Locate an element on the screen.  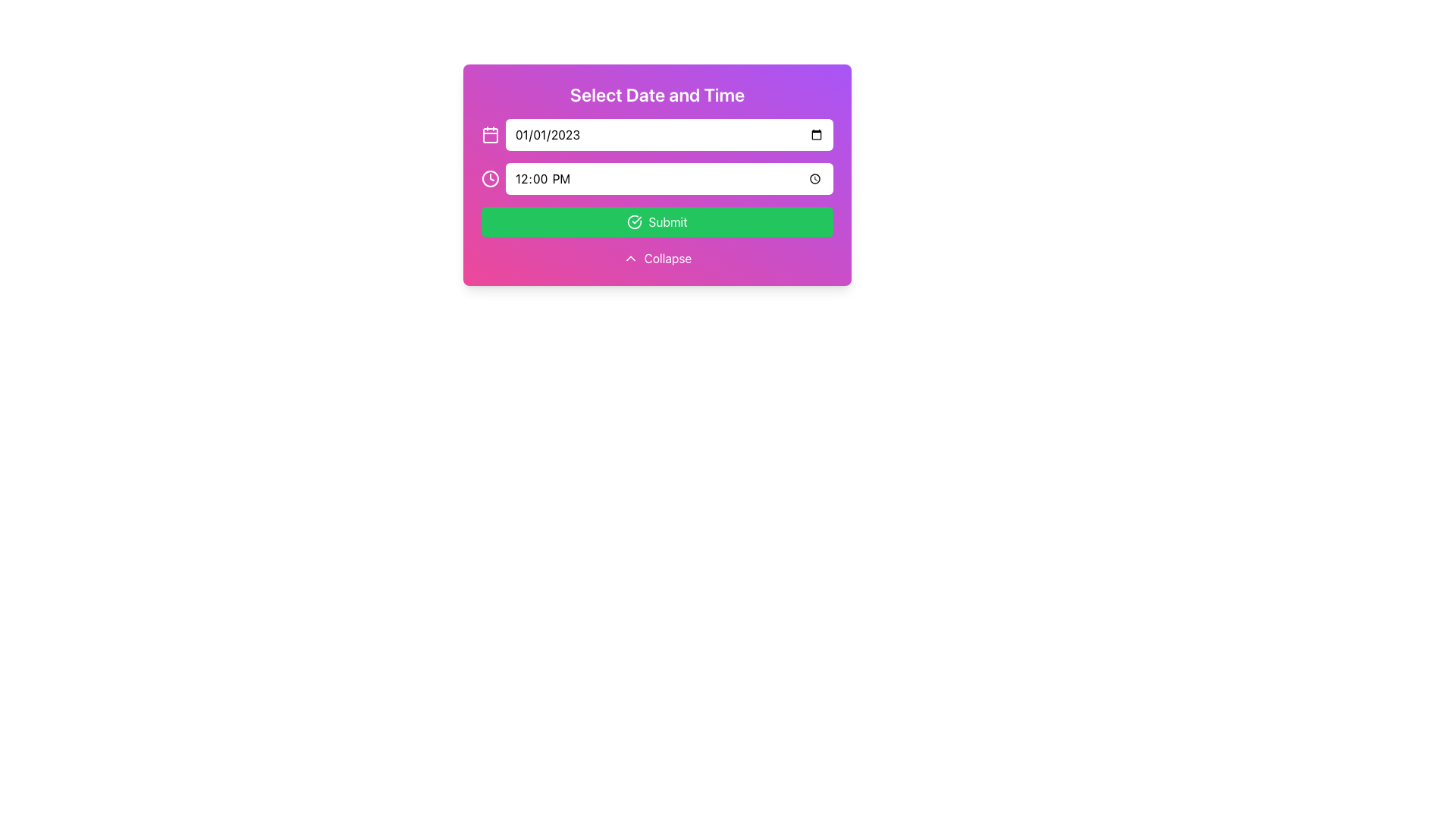
the clock icon located to the left of the time input field labeled '12:00 PM' is located at coordinates (491, 177).